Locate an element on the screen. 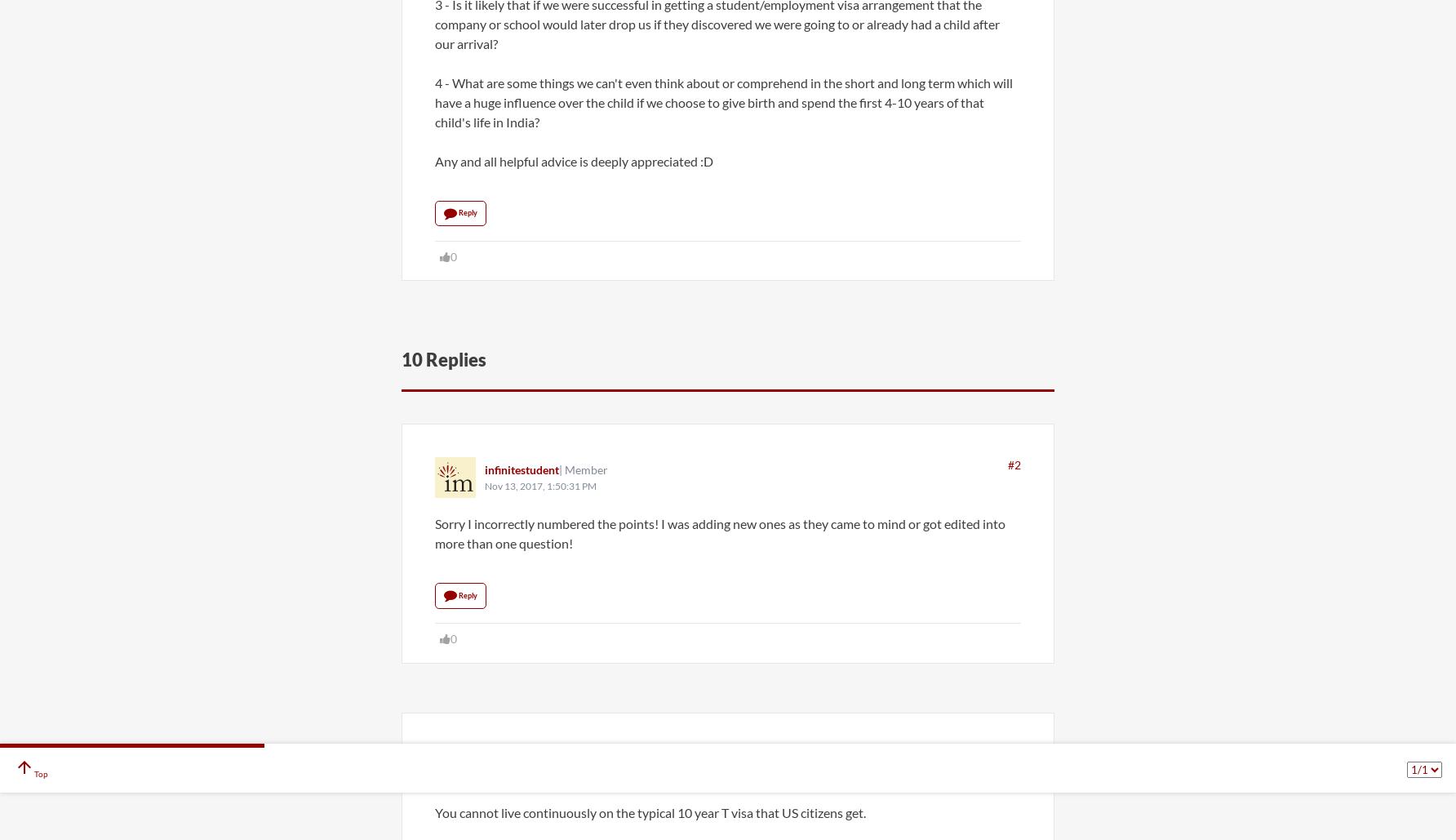 This screenshot has width=1456, height=840. 'Any and all helpful advice is deeply appreciated :D' is located at coordinates (574, 160).